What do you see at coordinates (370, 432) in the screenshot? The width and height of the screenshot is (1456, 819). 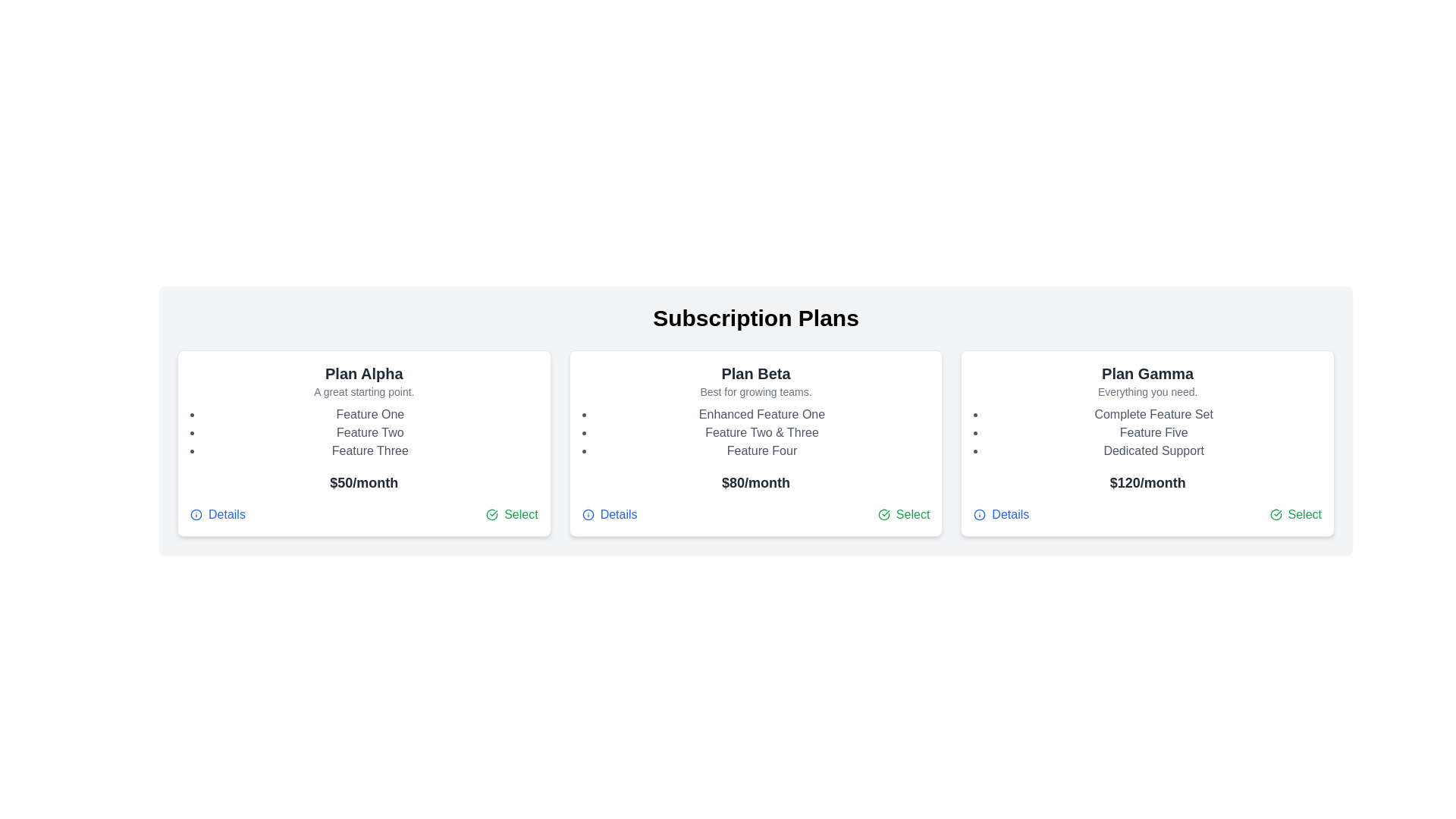 I see `text of the label that reads 'Feature Two', which is the second item in the bulleted list under the 'Plan Alpha' section` at bounding box center [370, 432].